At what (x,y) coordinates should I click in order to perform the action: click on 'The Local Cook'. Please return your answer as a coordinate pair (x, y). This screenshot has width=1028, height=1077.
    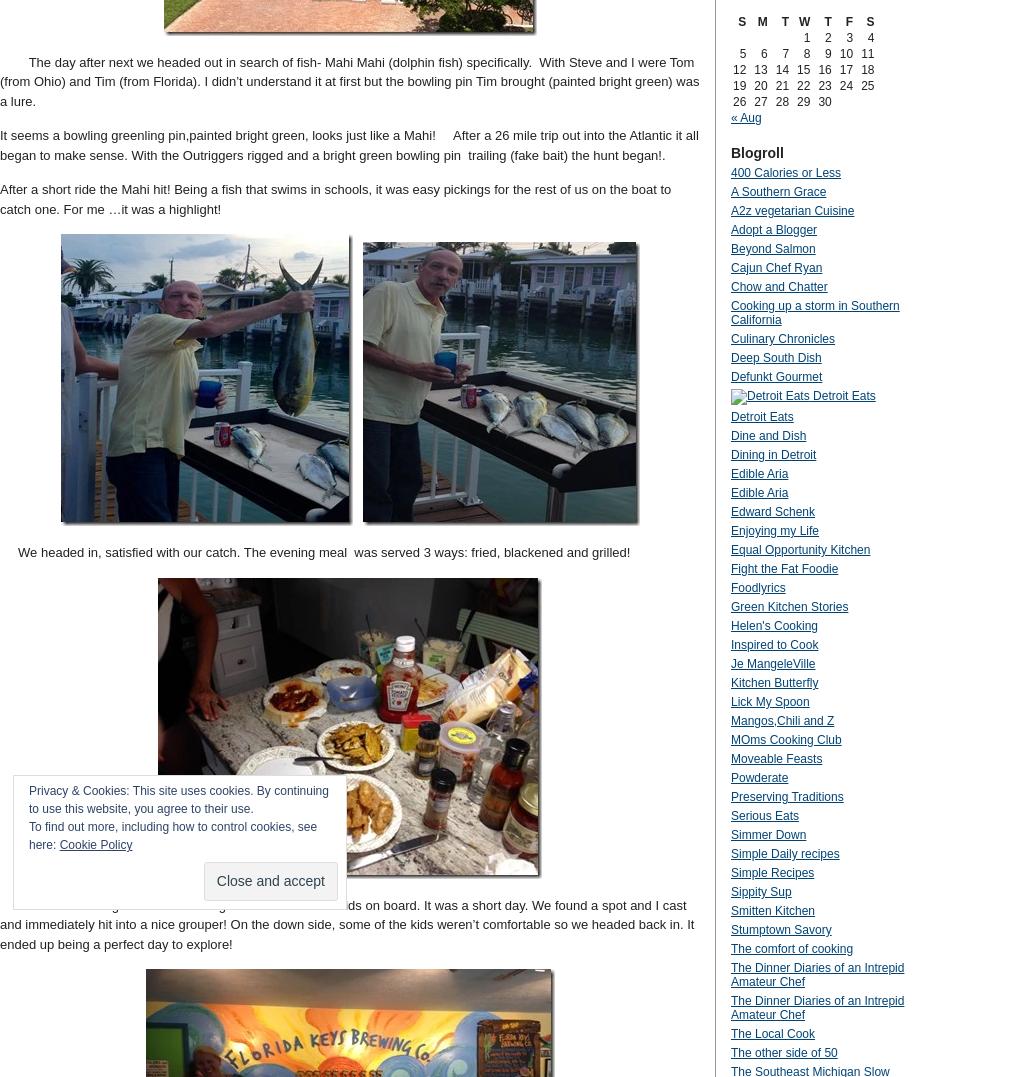
    Looking at the image, I should click on (772, 1033).